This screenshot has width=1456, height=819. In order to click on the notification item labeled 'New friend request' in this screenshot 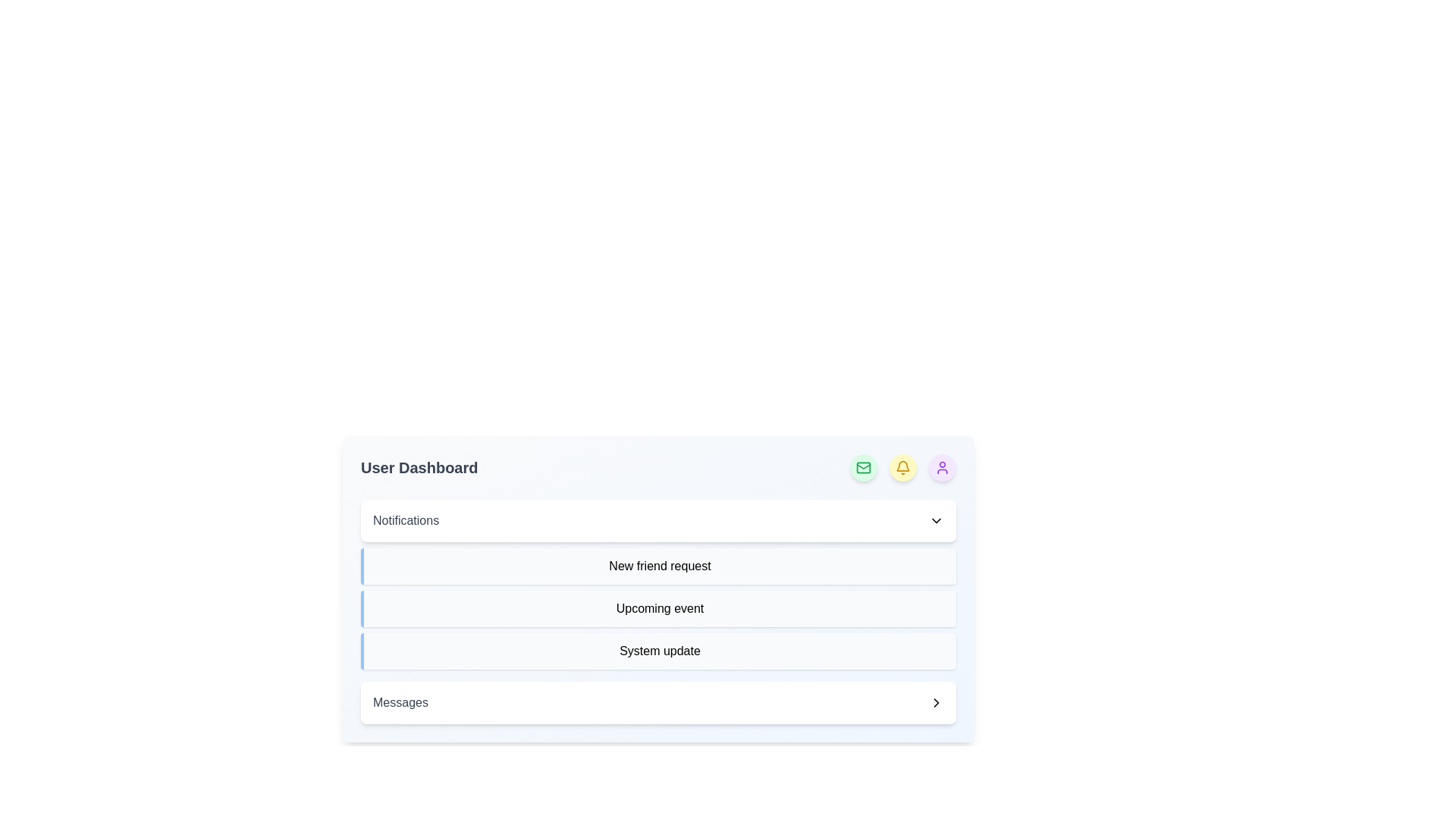, I will do `click(658, 566)`.